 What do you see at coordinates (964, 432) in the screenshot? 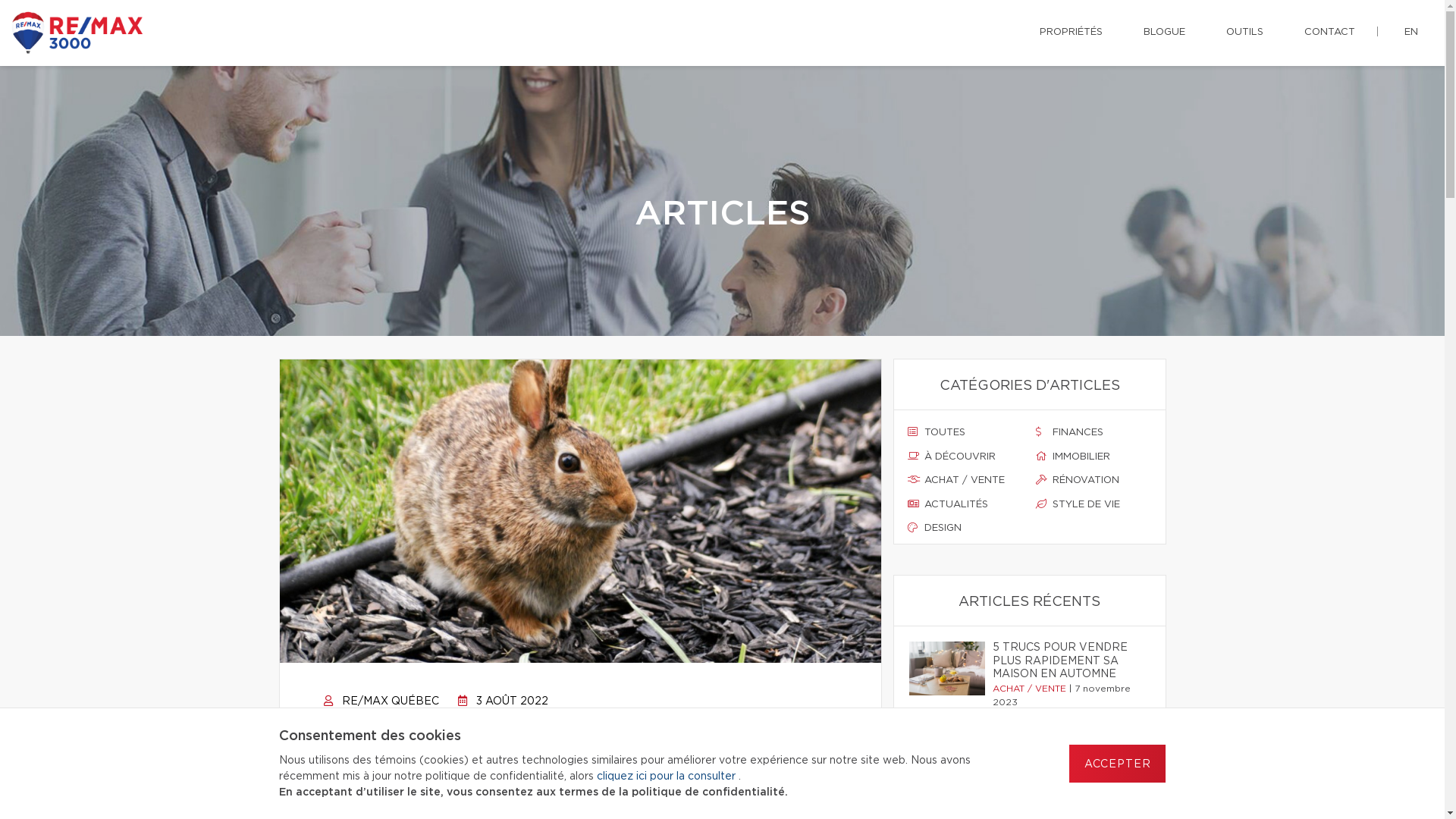
I see `'TOUTES'` at bounding box center [964, 432].